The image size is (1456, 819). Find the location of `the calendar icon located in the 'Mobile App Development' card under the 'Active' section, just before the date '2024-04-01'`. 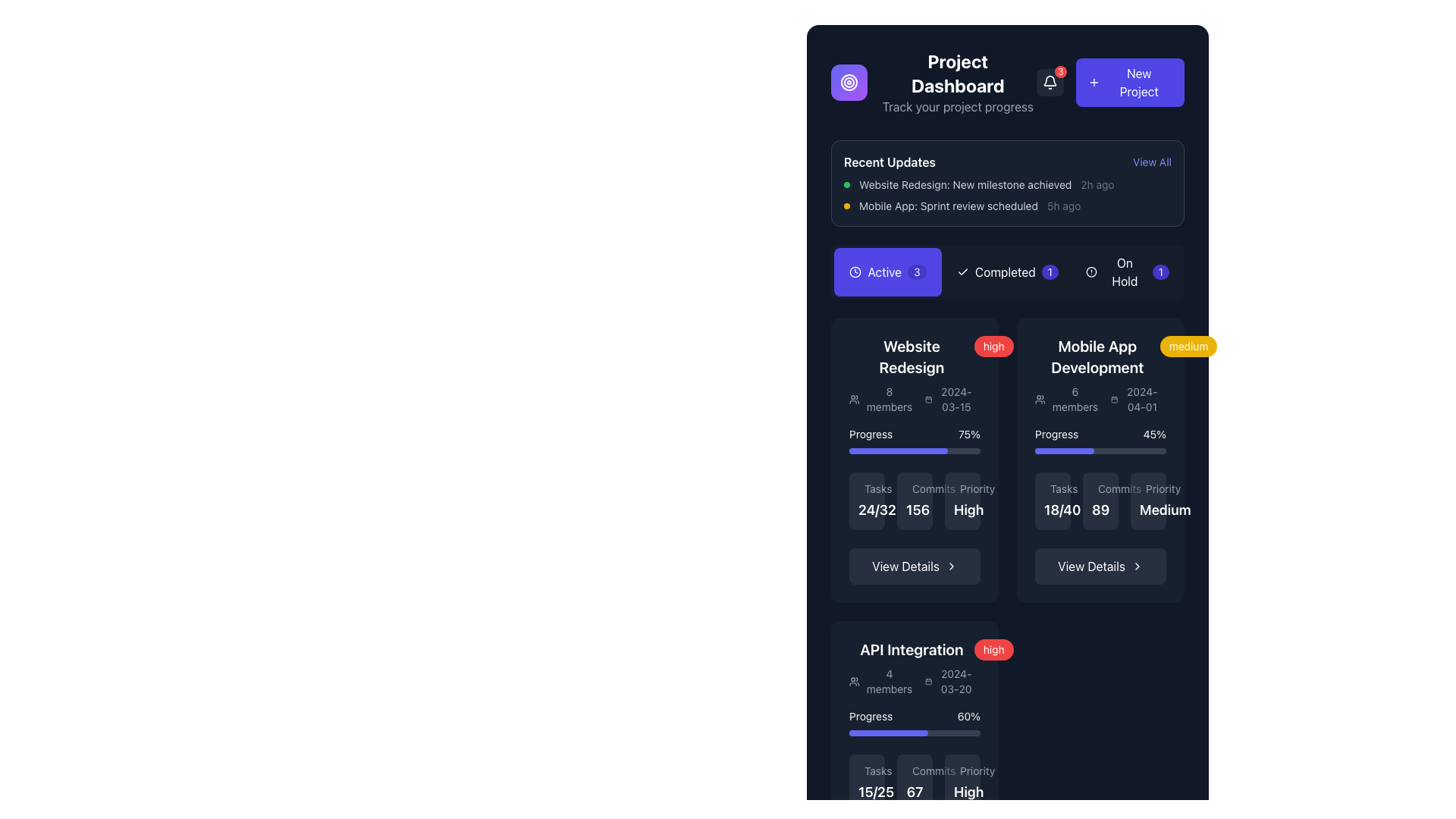

the calendar icon located in the 'Mobile App Development' card under the 'Active' section, just before the date '2024-04-01' is located at coordinates (1115, 399).